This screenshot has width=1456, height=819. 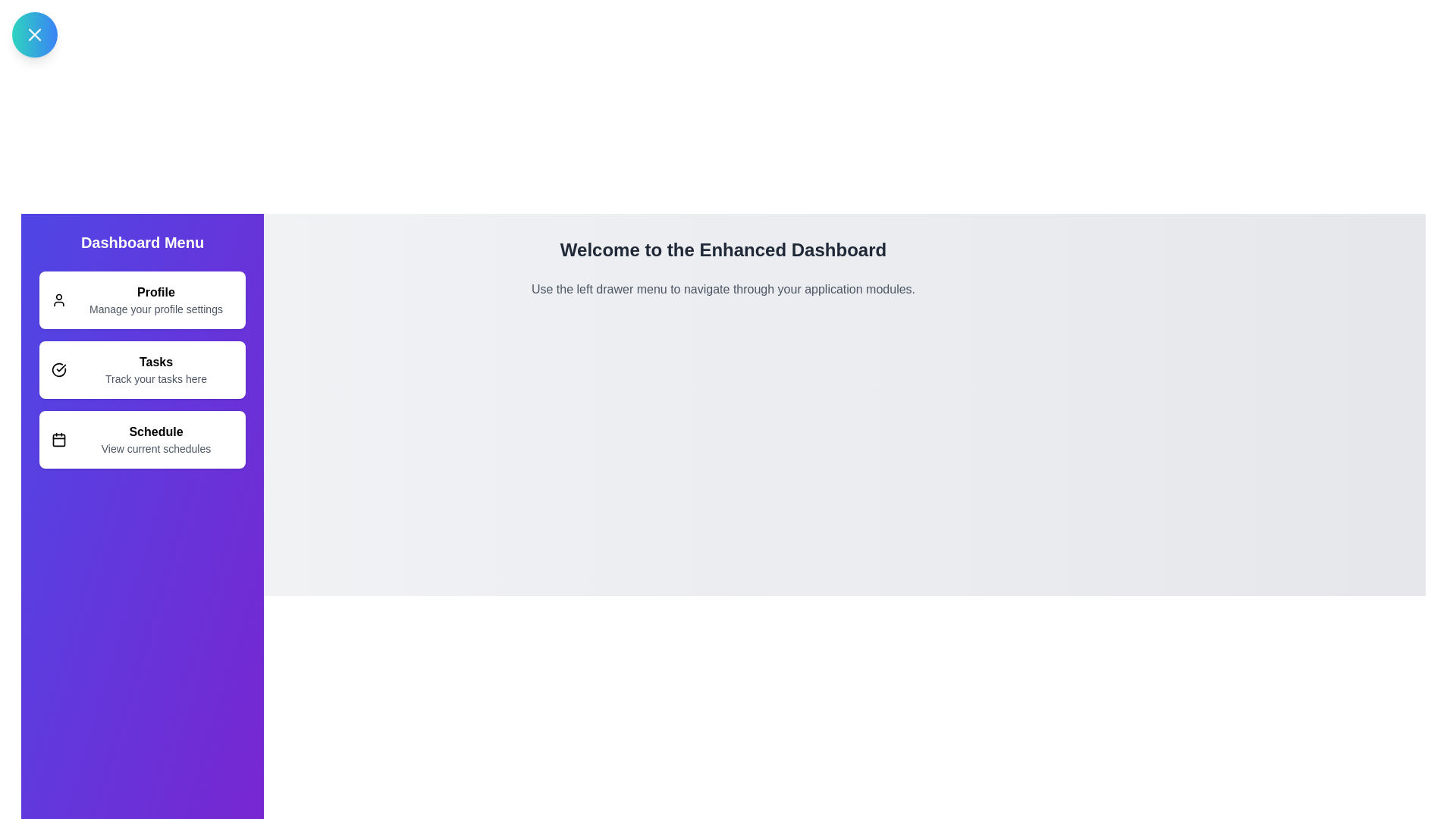 I want to click on the Profile list item in the drawer to navigate or trigger its functionality, so click(x=142, y=300).